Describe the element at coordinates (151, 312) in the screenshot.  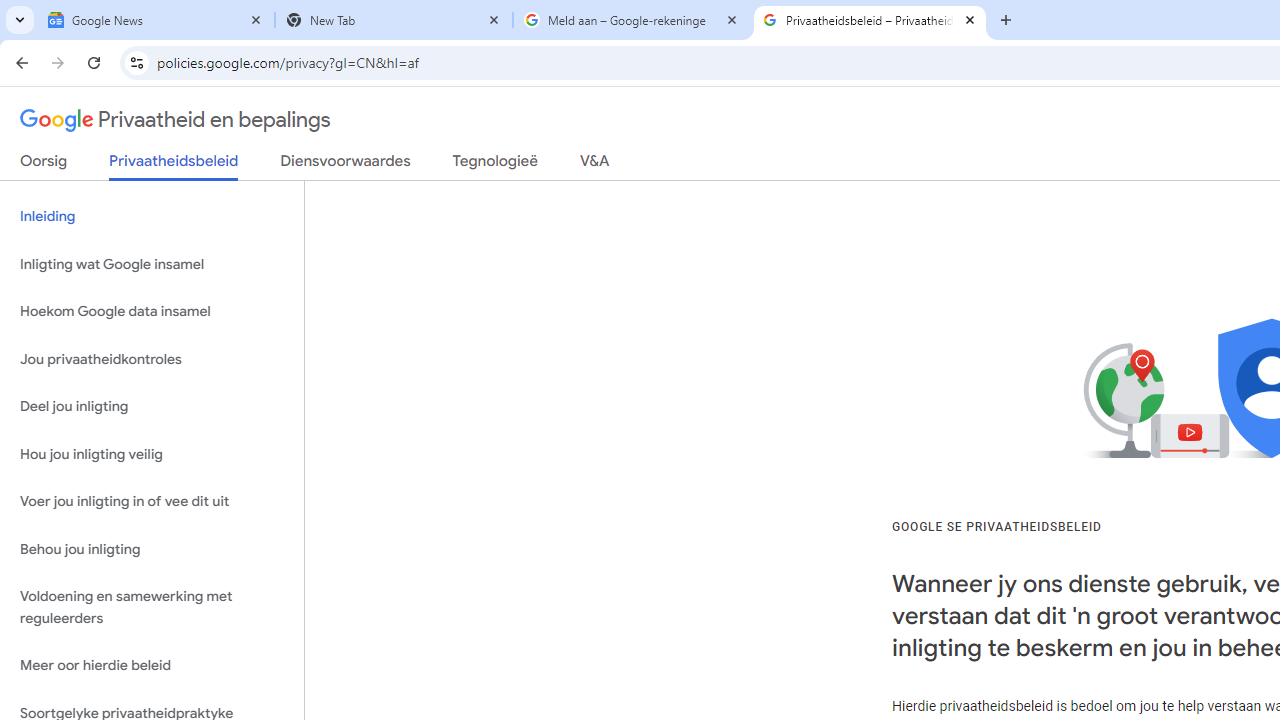
I see `'Hoekom Google data insamel'` at that location.